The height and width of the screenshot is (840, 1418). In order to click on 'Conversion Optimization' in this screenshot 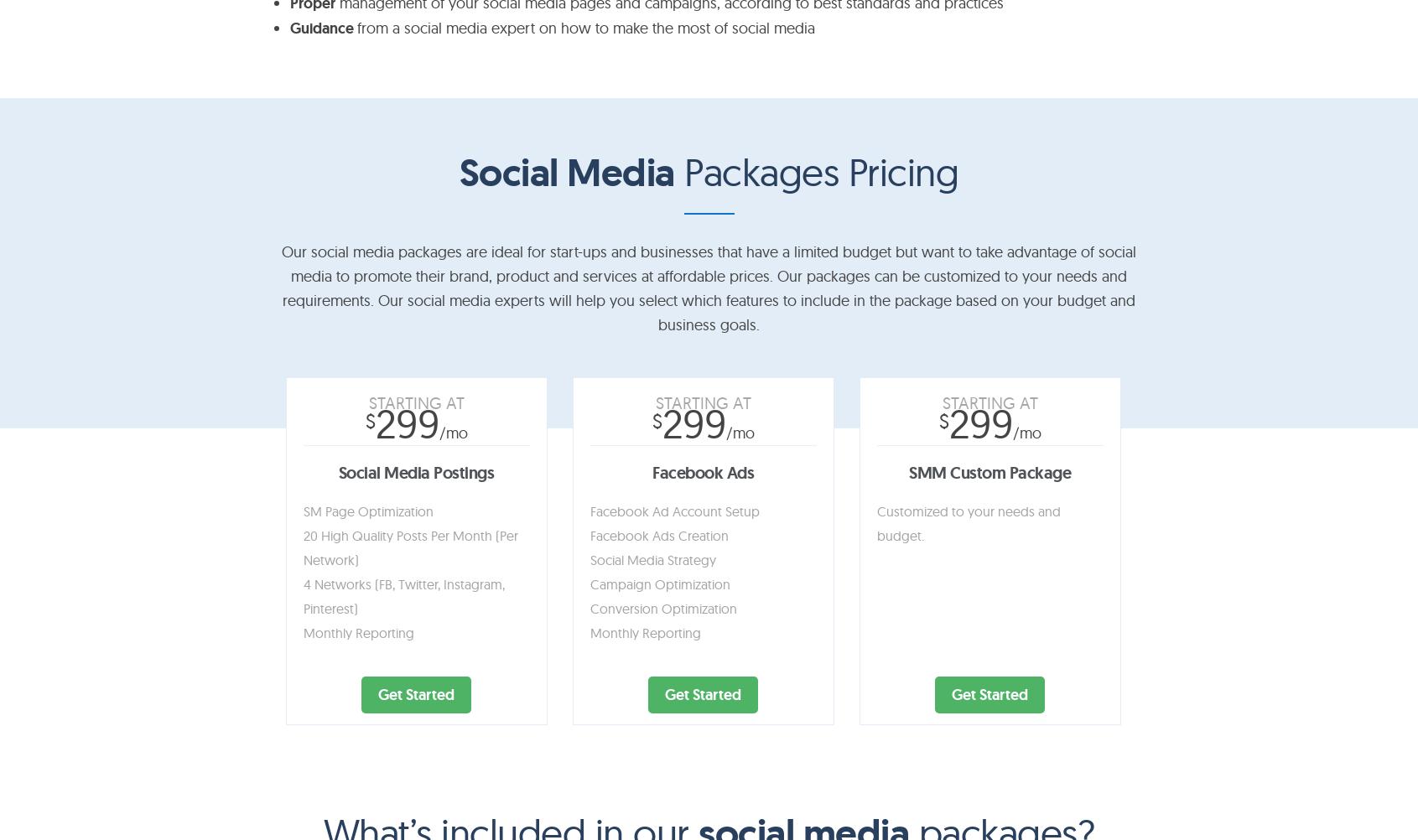, I will do `click(662, 608)`.